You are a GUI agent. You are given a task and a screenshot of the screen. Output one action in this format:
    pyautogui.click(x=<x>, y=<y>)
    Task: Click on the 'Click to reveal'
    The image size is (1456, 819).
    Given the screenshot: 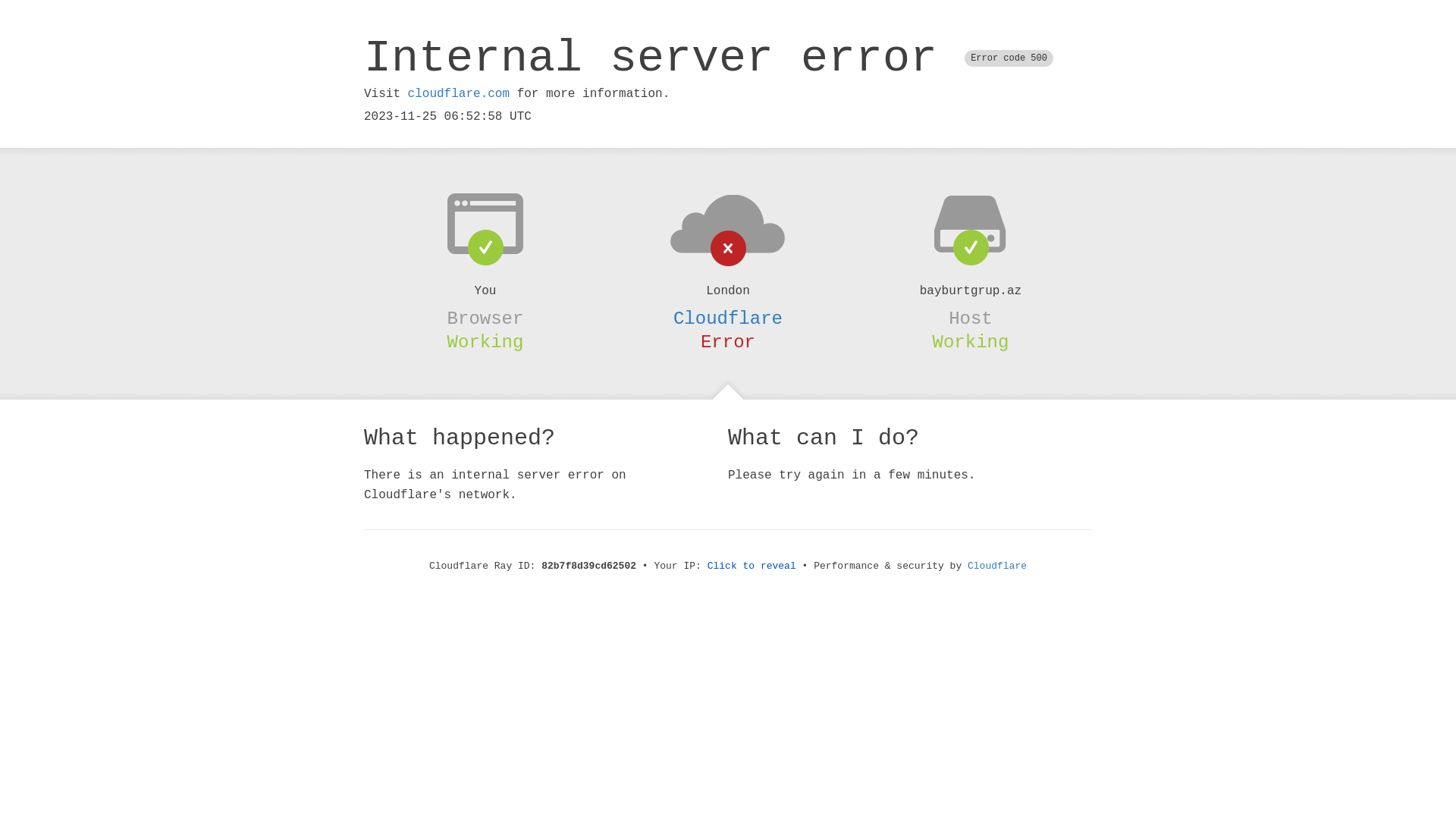 What is the action you would take?
    pyautogui.click(x=752, y=566)
    